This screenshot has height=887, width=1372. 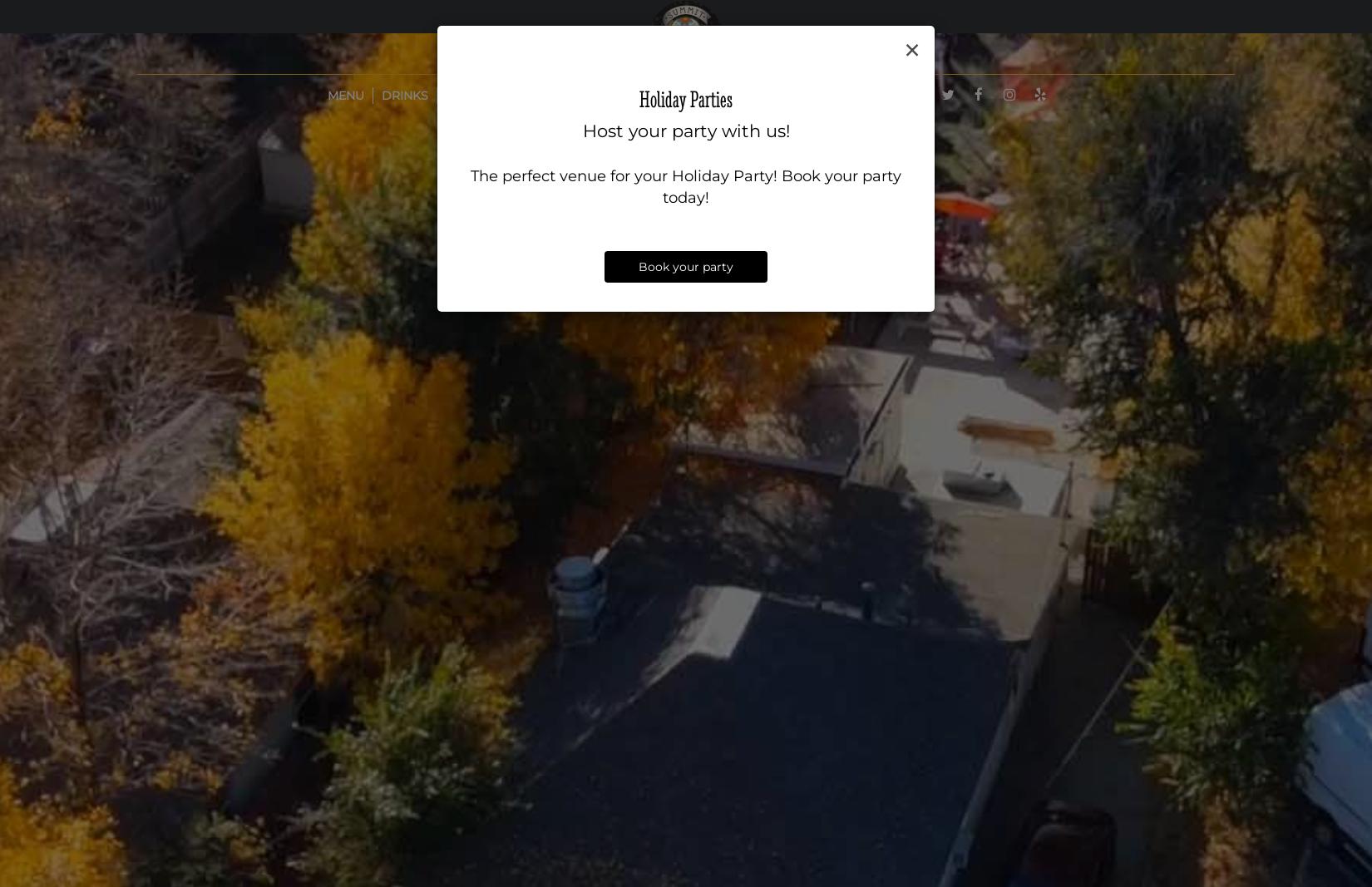 I want to click on 'Host your party with us!', so click(x=684, y=130).